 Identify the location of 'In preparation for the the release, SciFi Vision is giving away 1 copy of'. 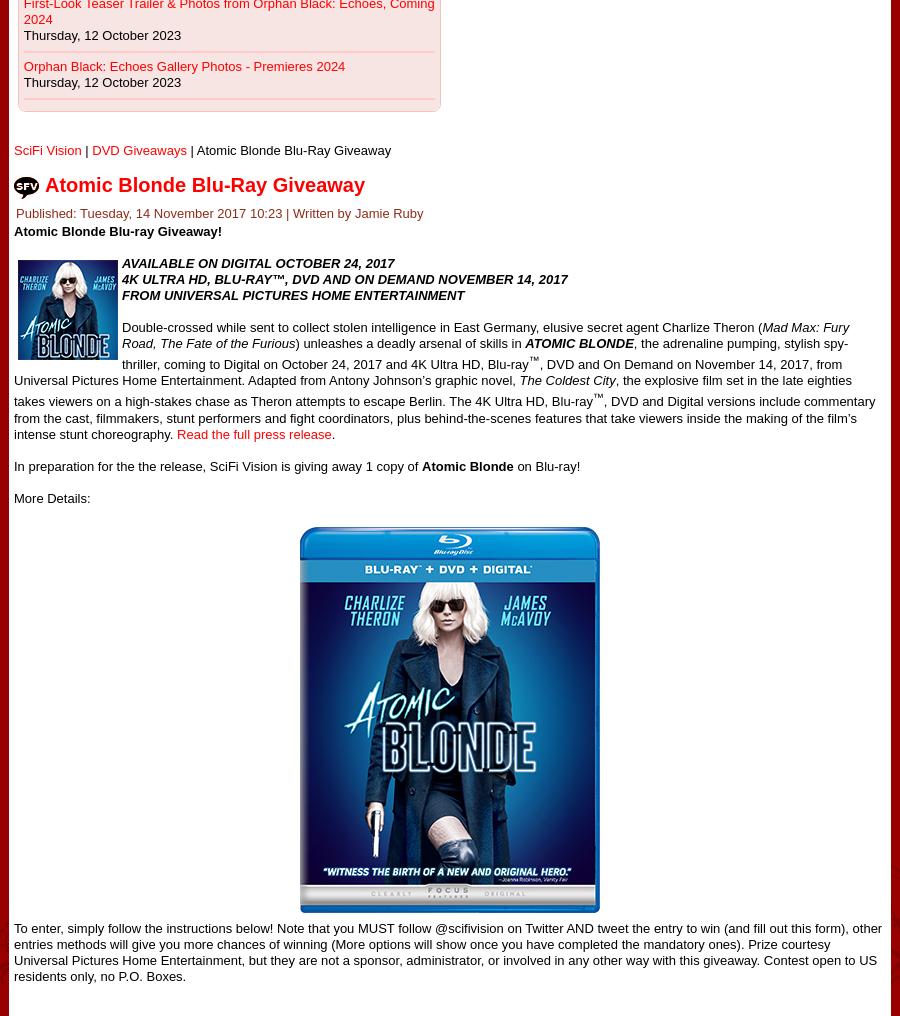
(217, 465).